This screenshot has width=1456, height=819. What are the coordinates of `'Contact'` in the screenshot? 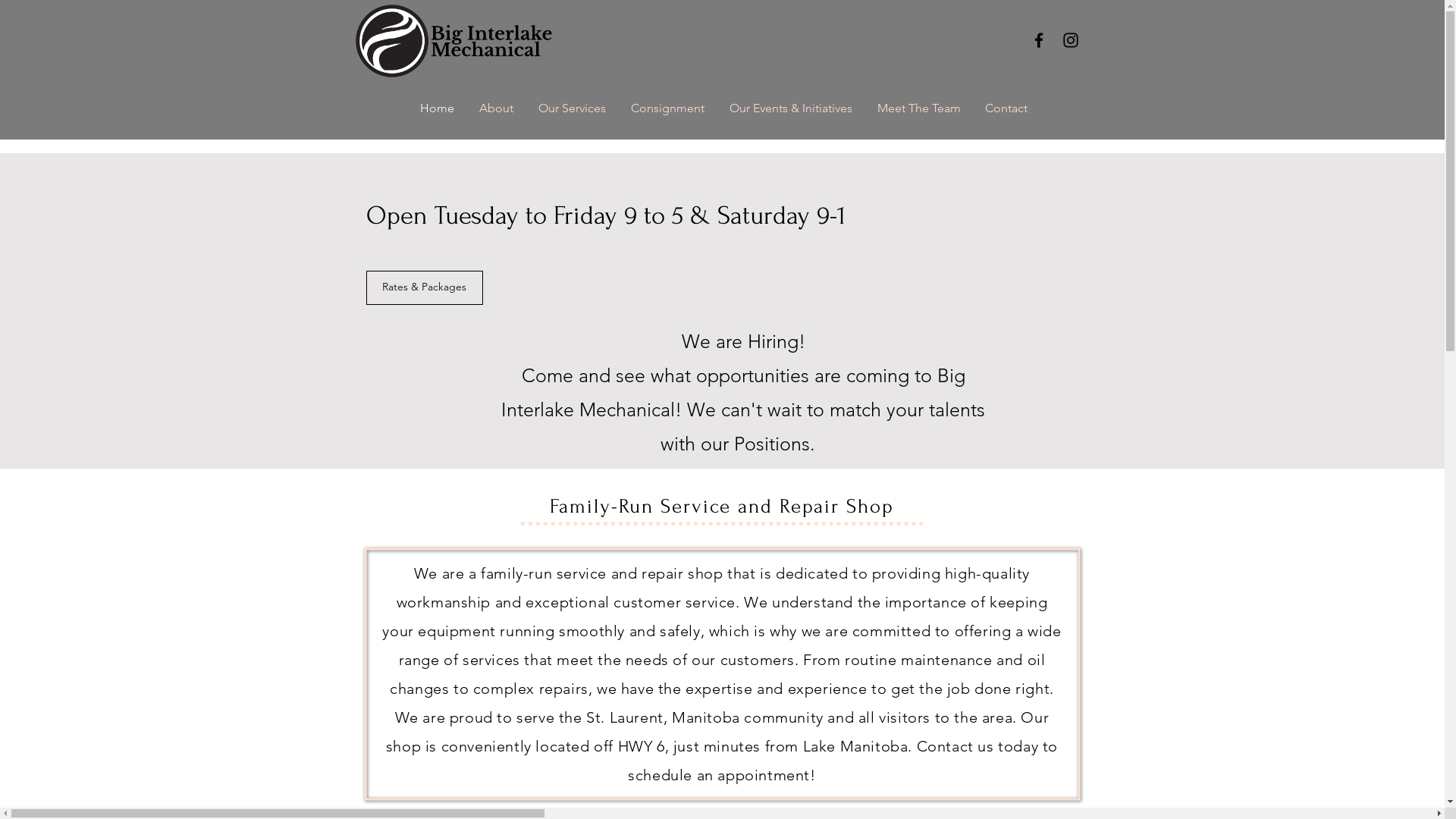 It's located at (971, 107).